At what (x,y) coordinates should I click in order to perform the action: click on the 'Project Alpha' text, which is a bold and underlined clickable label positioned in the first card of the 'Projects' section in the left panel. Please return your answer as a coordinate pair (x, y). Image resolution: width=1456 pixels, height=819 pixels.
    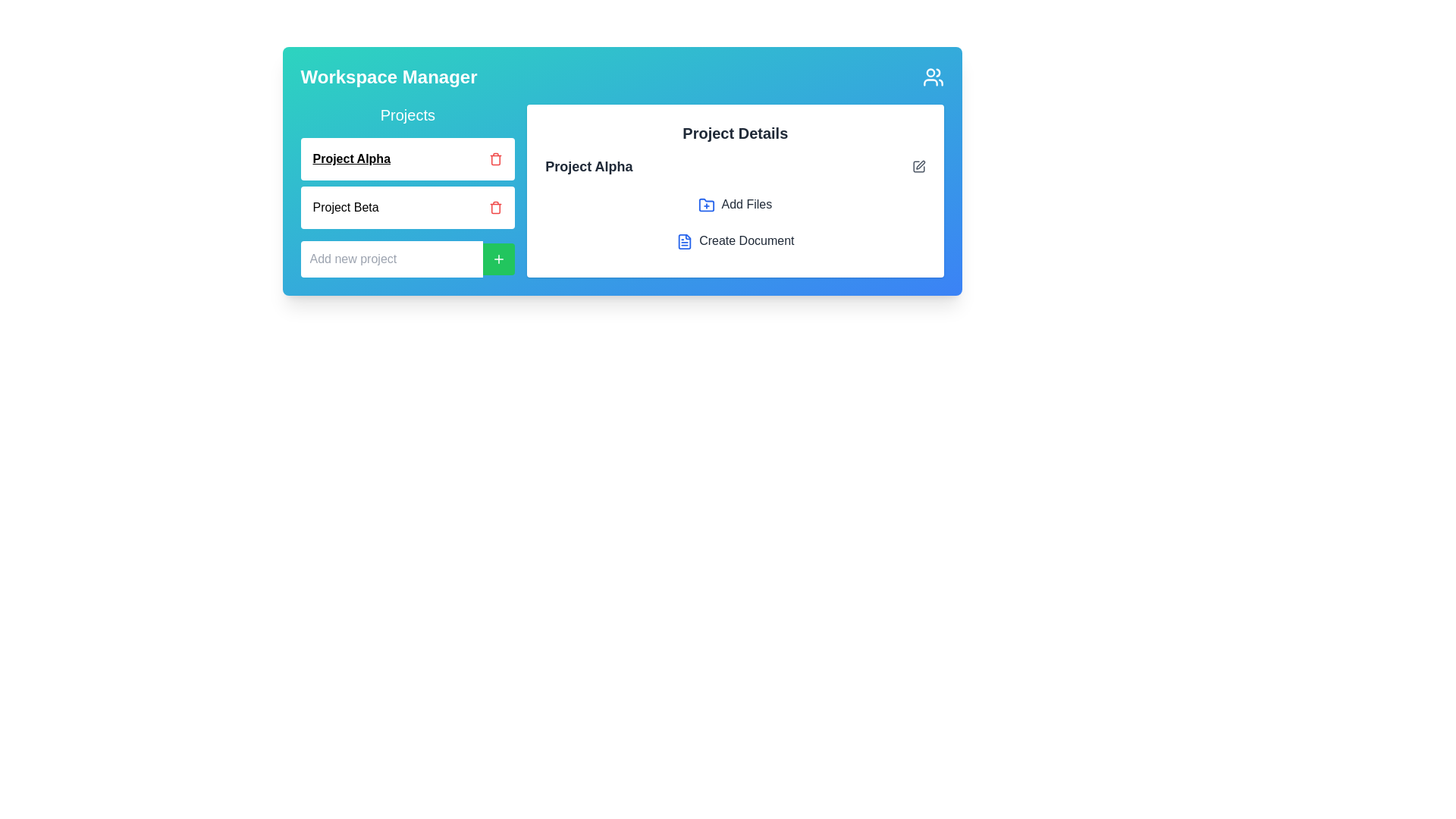
    Looking at the image, I should click on (350, 158).